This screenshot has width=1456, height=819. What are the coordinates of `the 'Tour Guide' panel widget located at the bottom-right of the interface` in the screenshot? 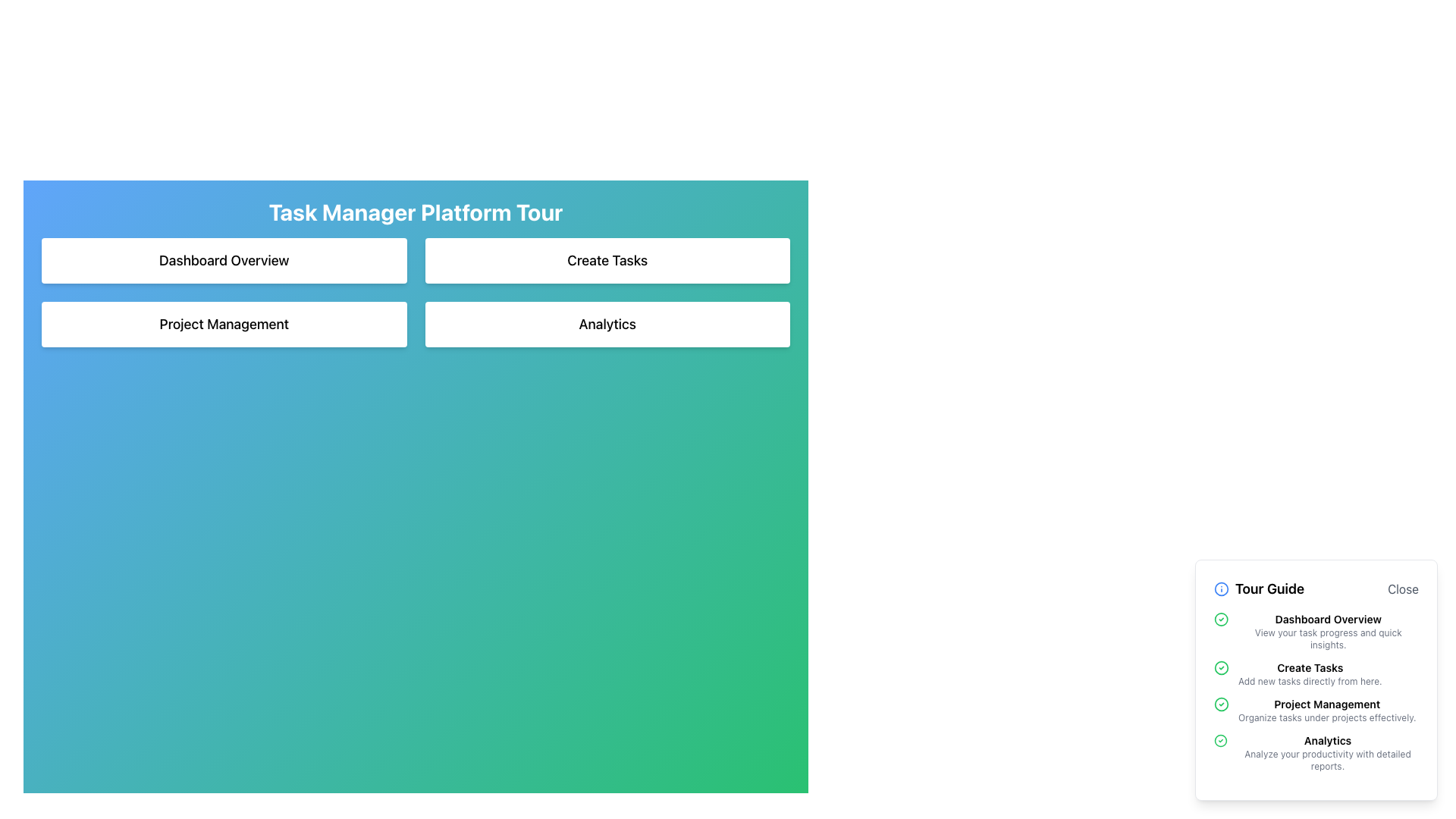 It's located at (1316, 679).